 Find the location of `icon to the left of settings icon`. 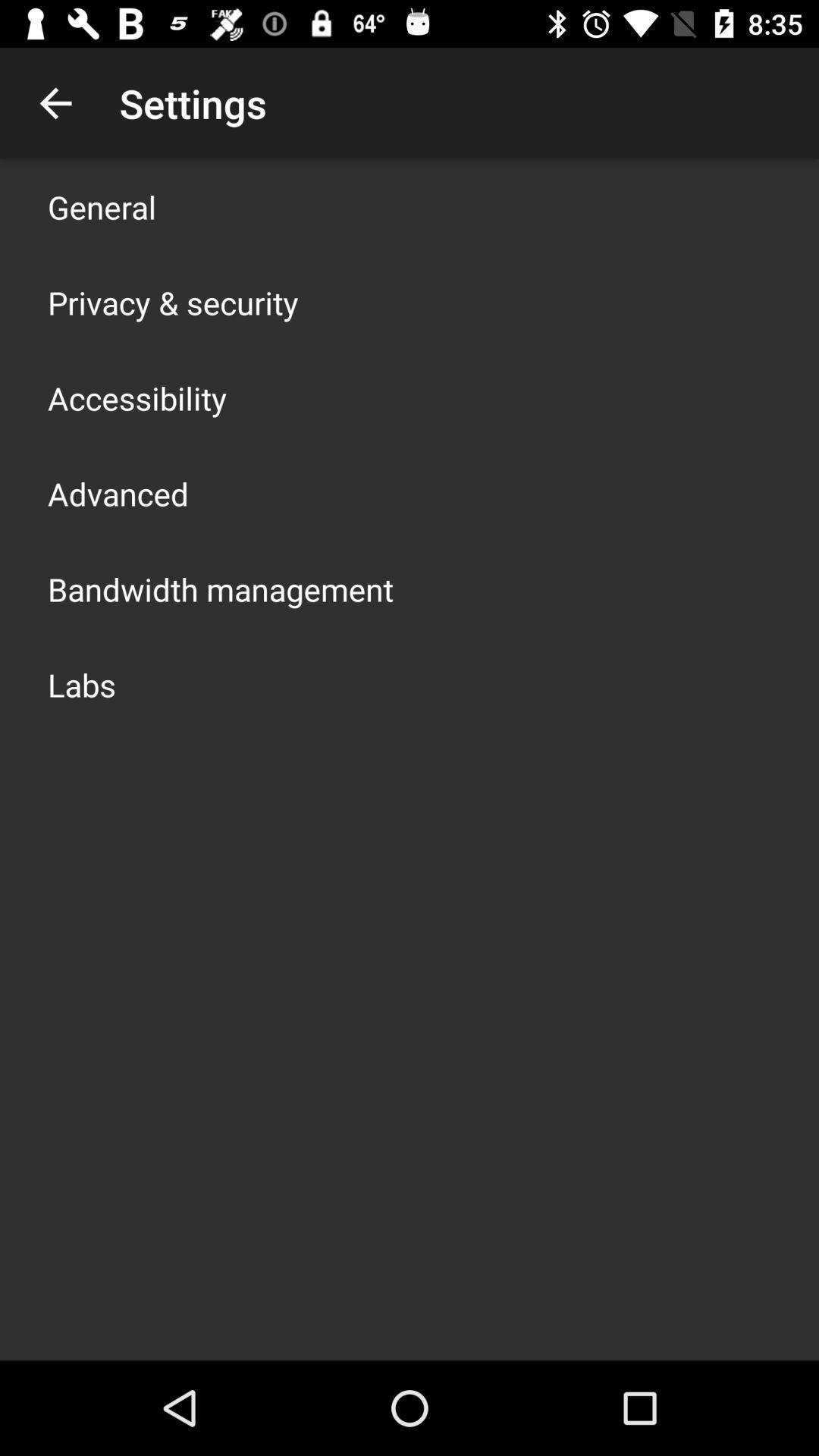

icon to the left of settings icon is located at coordinates (55, 102).